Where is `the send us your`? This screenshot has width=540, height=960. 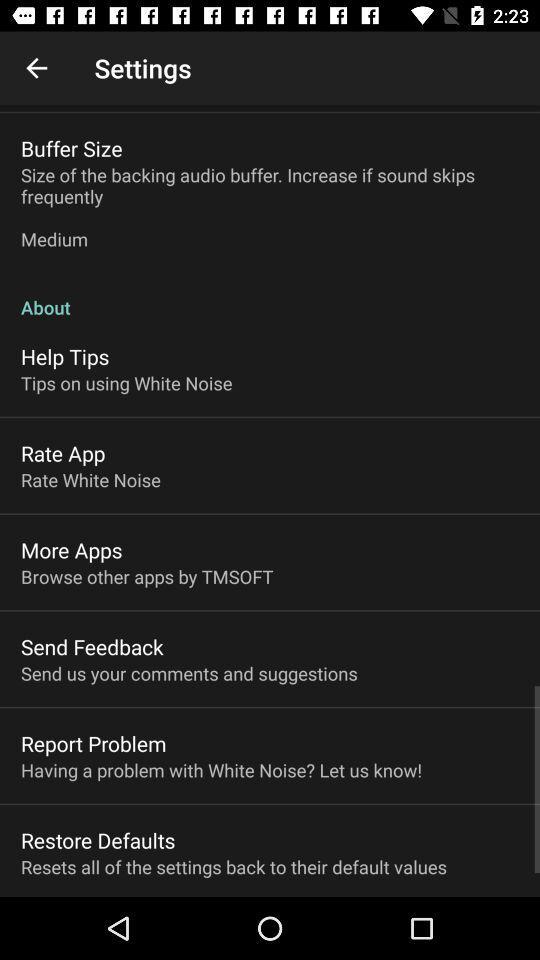 the send us your is located at coordinates (189, 673).